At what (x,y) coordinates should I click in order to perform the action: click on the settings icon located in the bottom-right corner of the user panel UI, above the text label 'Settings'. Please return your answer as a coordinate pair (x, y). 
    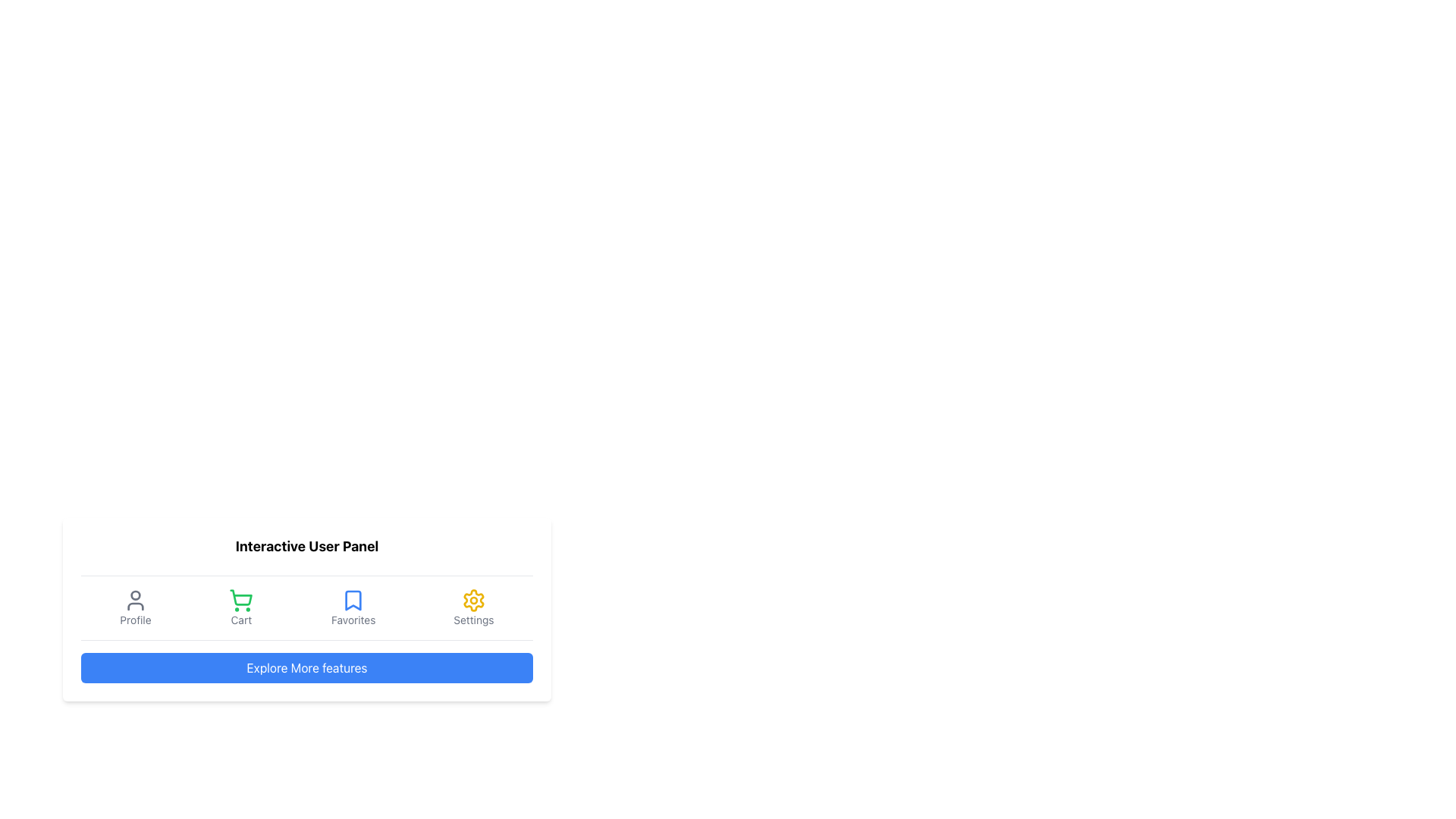
    Looking at the image, I should click on (472, 599).